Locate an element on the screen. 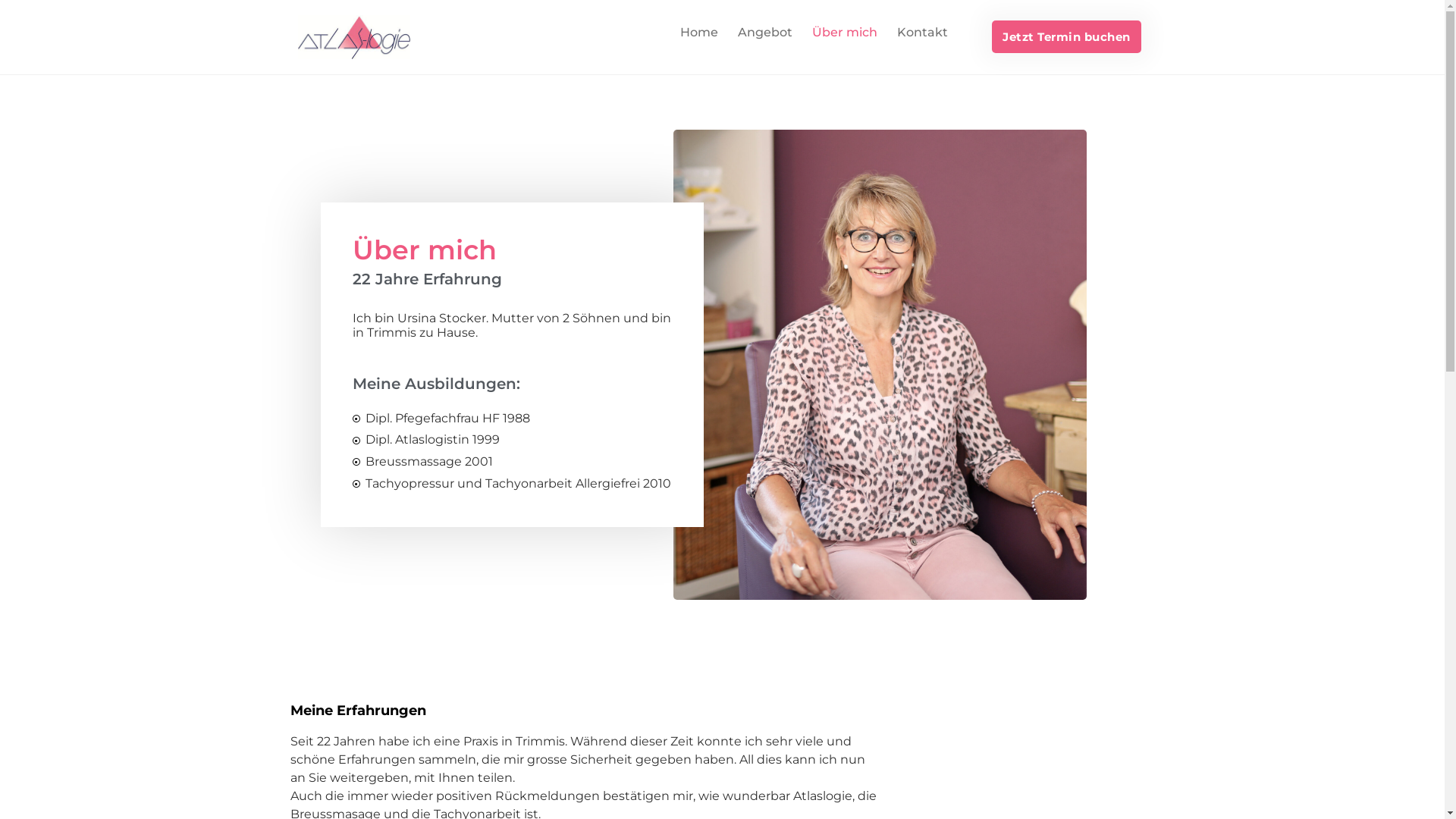  'Angebot' is located at coordinates (728, 32).